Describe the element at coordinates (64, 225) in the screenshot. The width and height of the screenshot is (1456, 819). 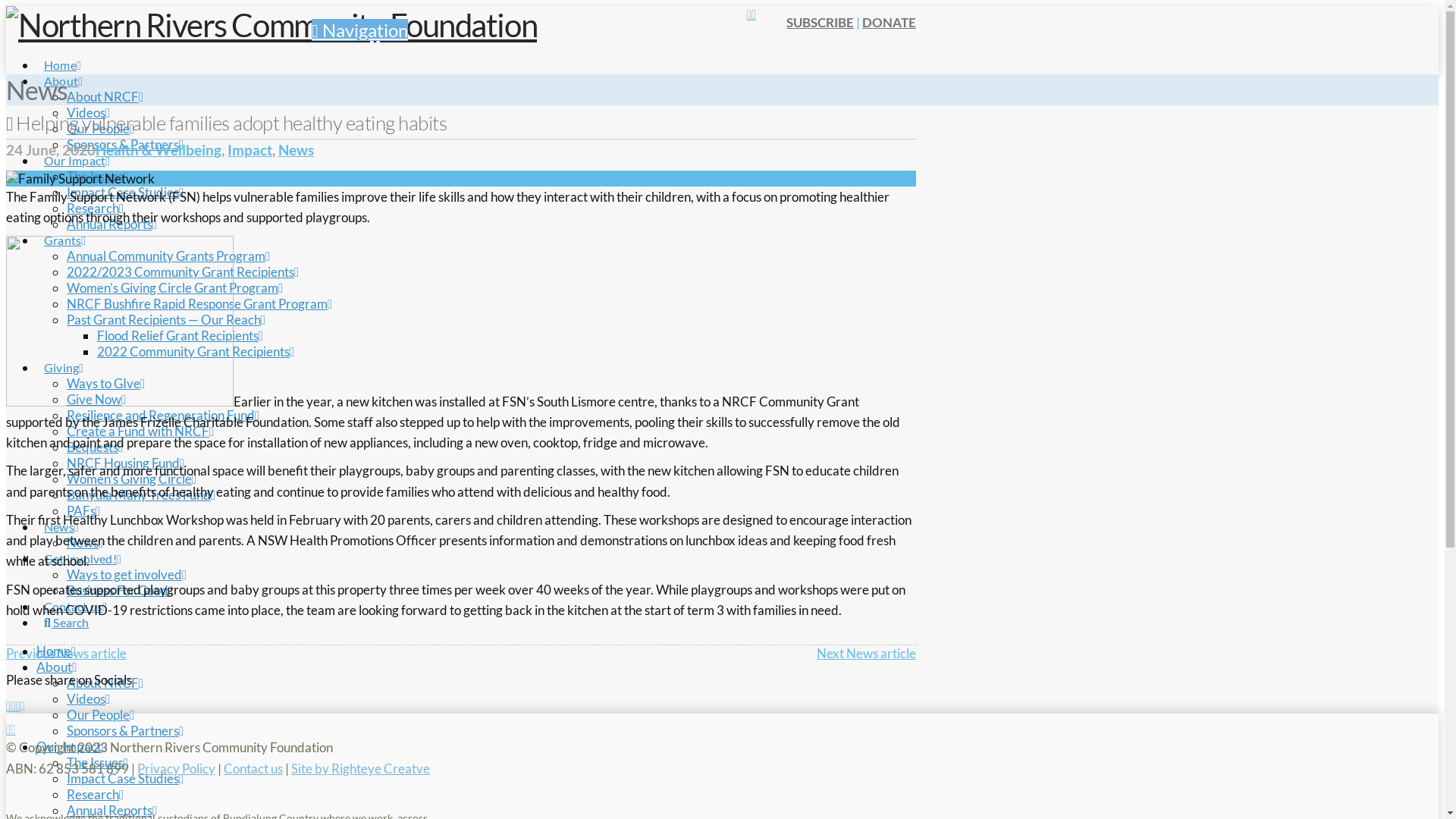
I see `'Grants'` at that location.